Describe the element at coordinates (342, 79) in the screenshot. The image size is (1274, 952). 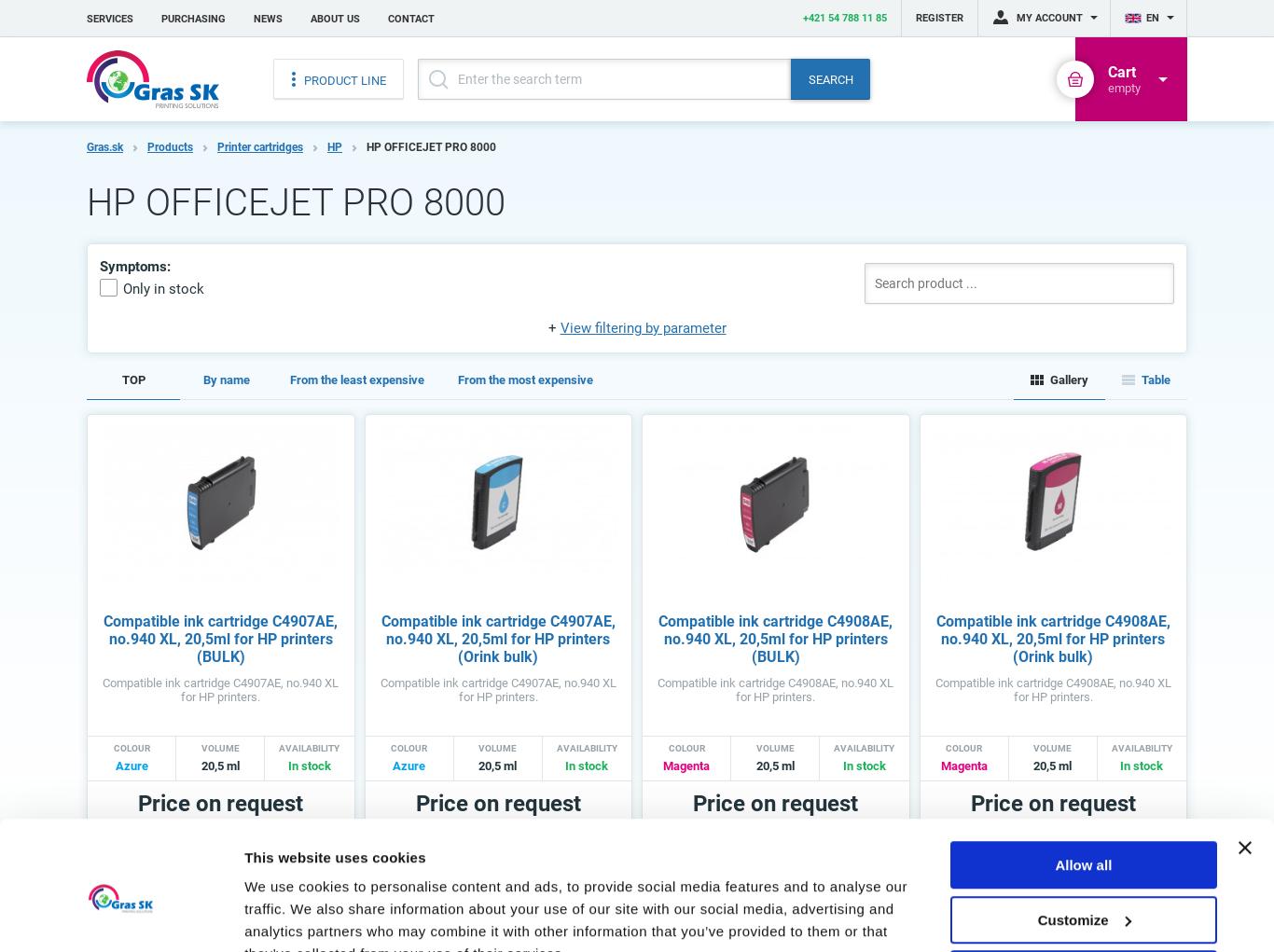
I see `'Product line'` at that location.